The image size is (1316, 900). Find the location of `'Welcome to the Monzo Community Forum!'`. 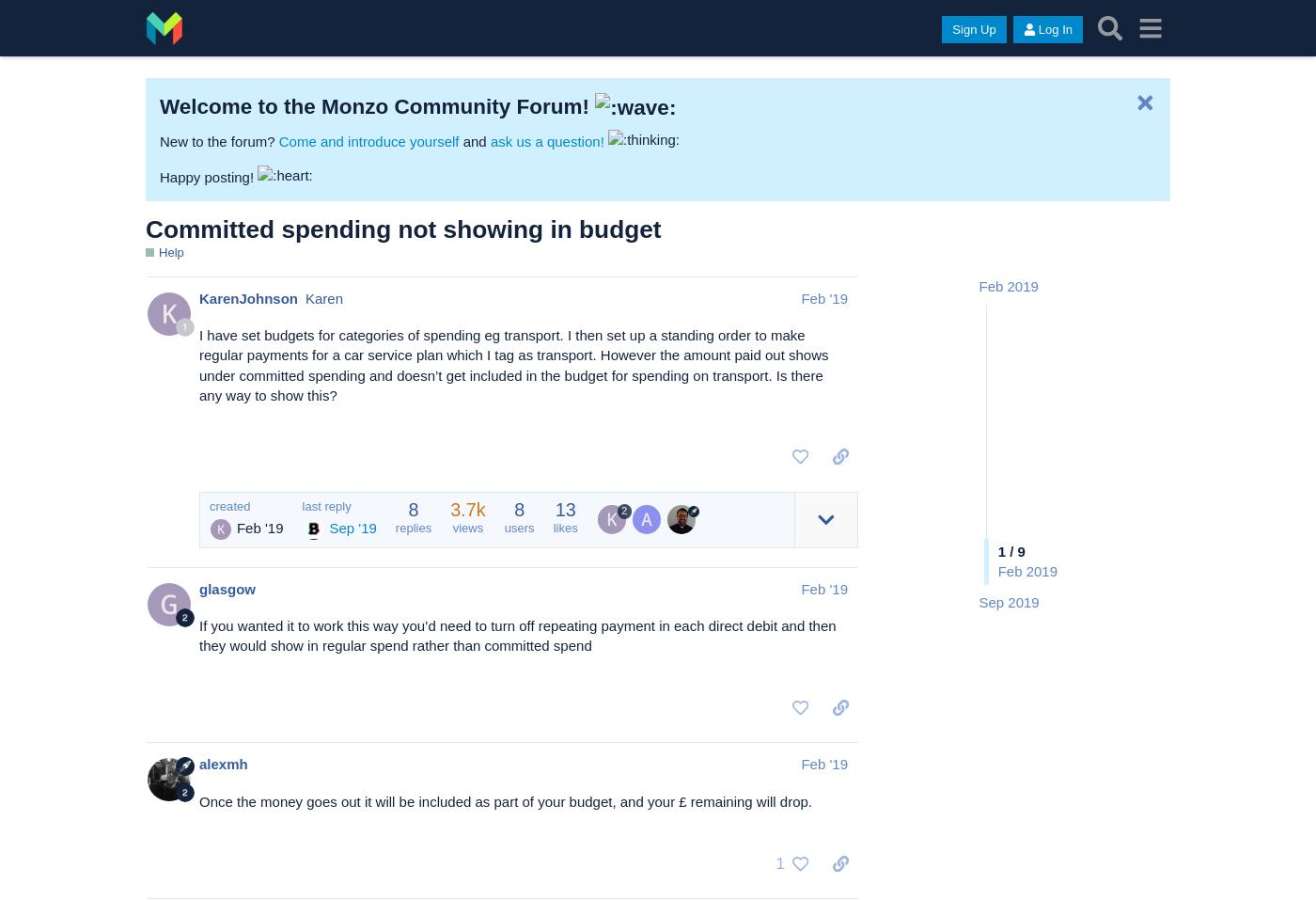

'Welcome to the Monzo Community Forum!' is located at coordinates (159, 105).